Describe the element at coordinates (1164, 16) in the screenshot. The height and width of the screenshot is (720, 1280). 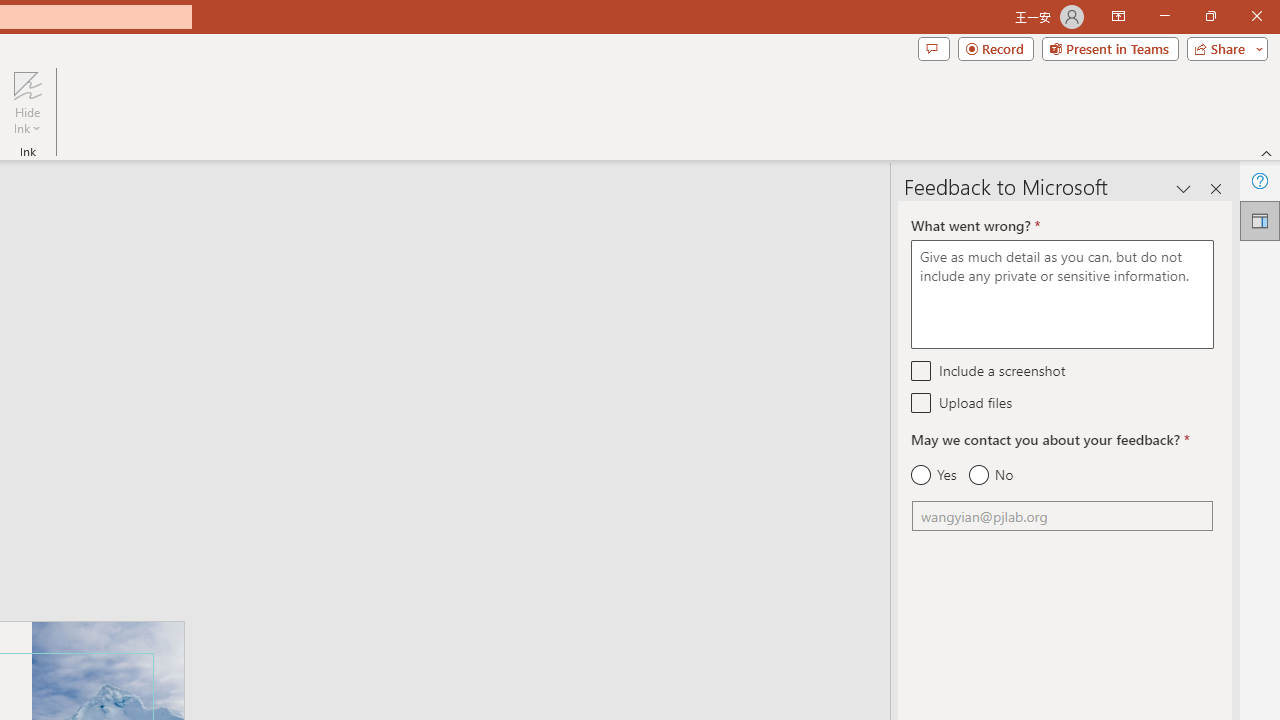
I see `'Minimize'` at that location.